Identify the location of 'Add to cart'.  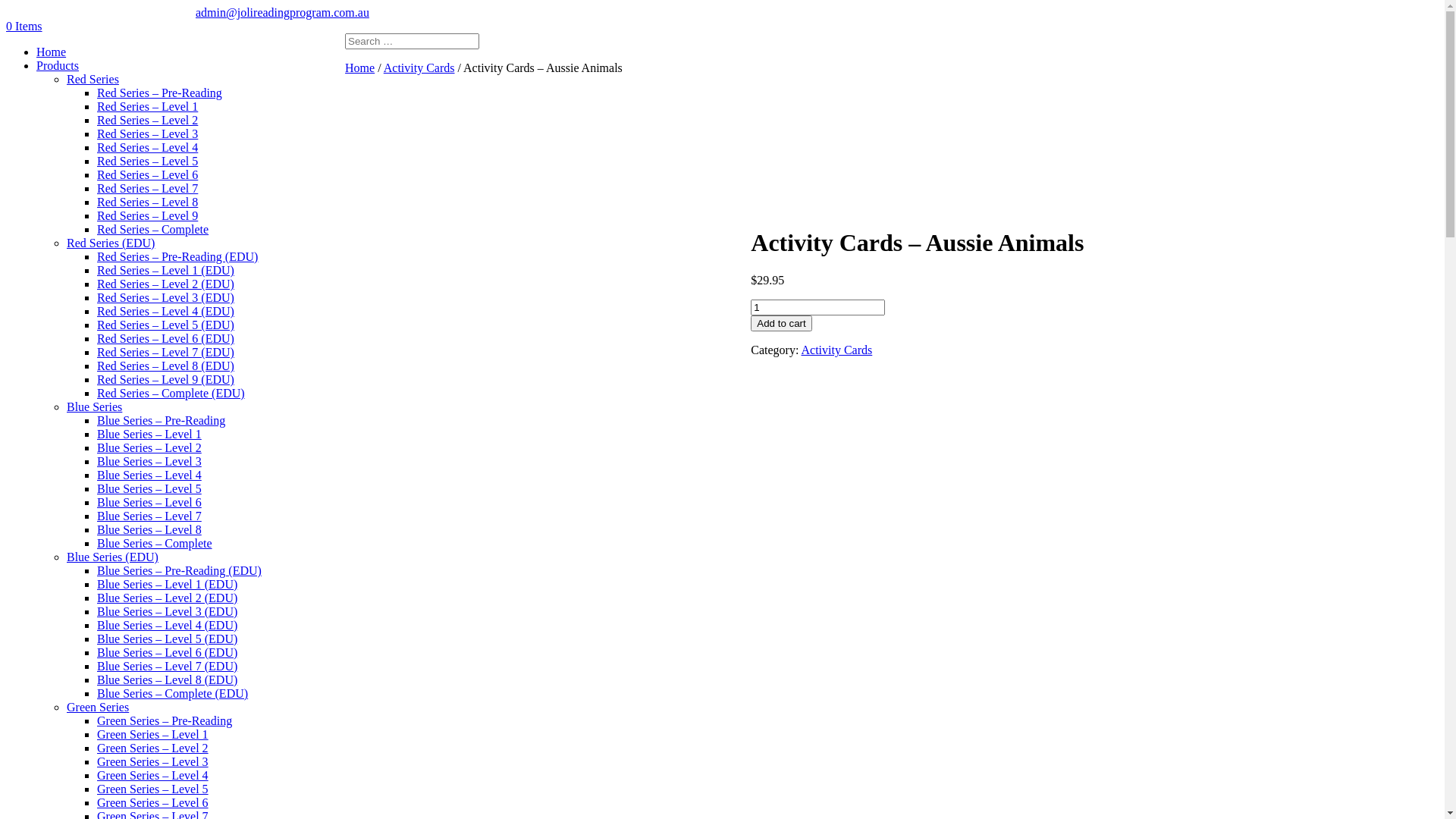
(781, 322).